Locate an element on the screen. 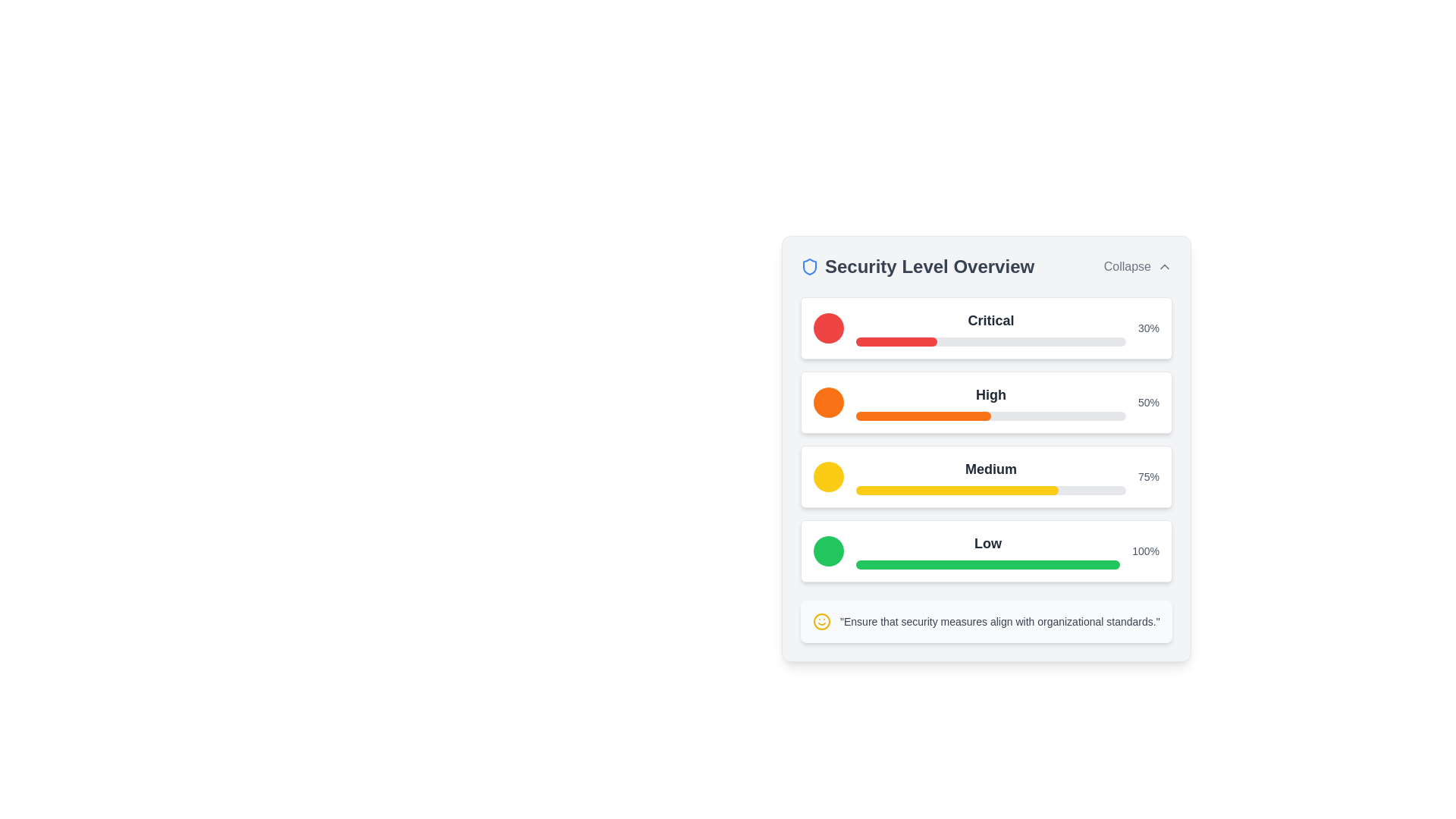 This screenshot has height=819, width=1456. text content of the label 'Low' displayed in bold font above the green progress bar in the 'Security Level Overview' section is located at coordinates (988, 551).